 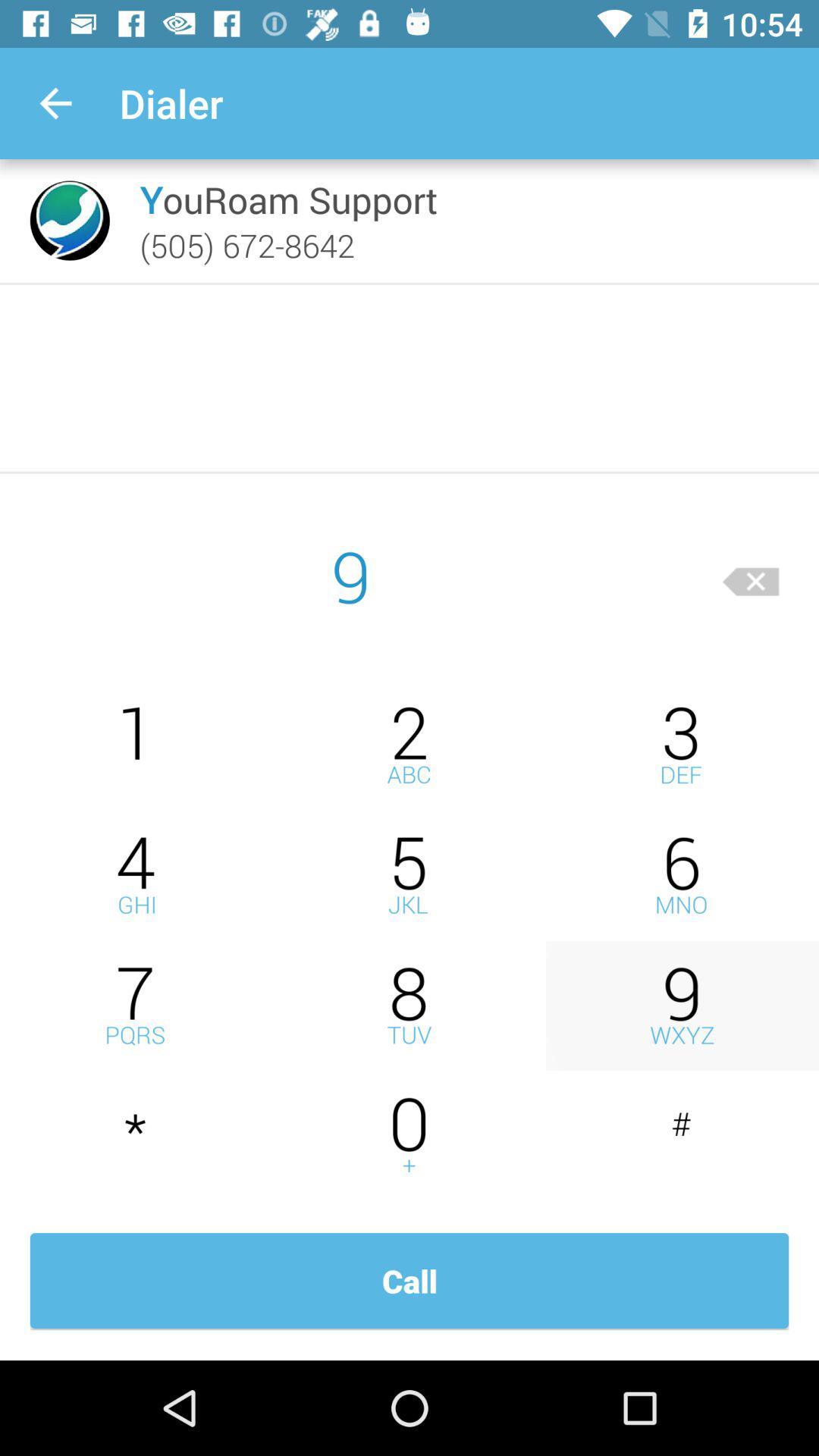 I want to click on click the number 3, so click(x=681, y=745).